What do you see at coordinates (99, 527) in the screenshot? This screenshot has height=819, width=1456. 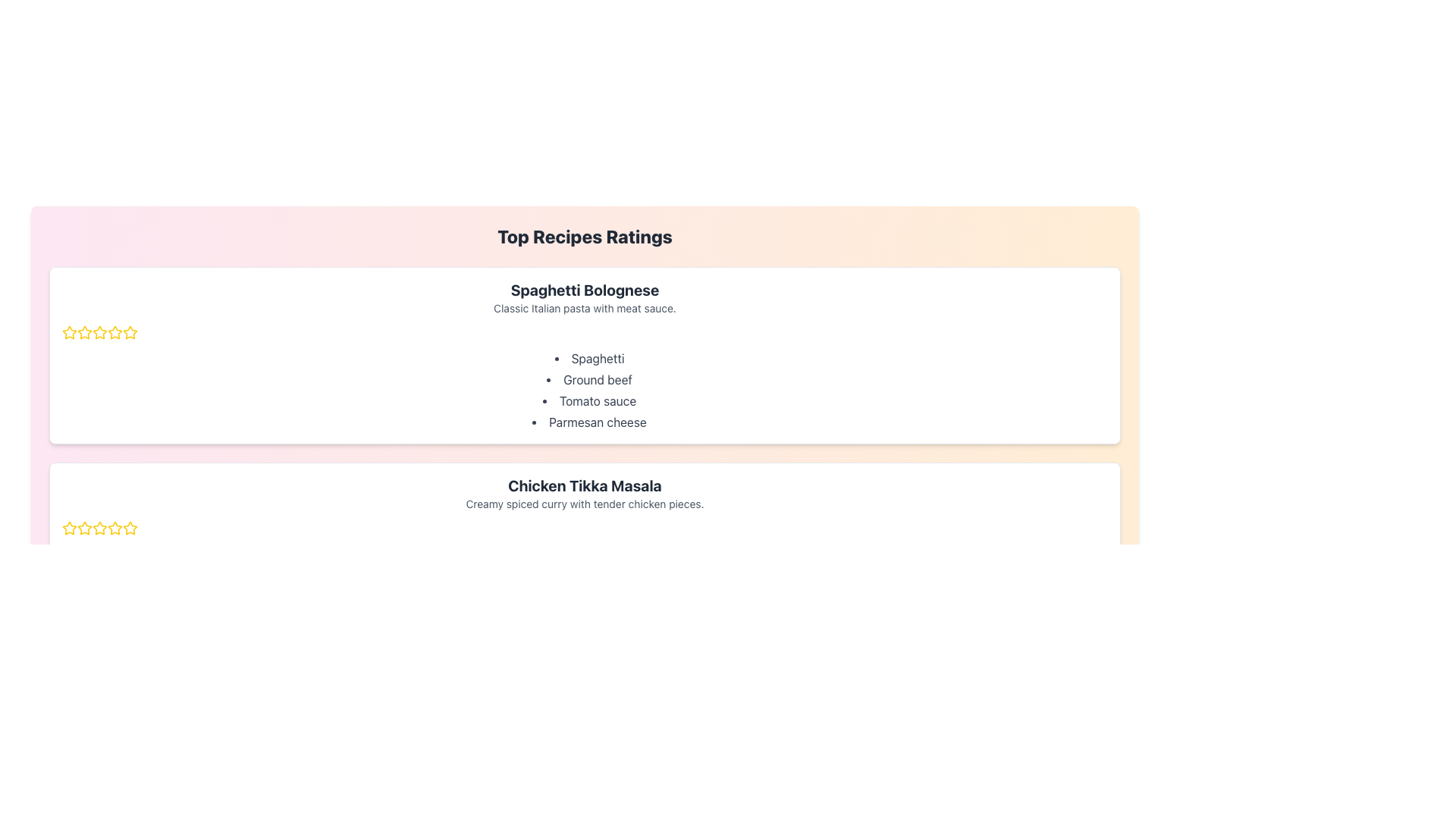 I see `the second star icon in the star rating component for the Chicken Tikka Masala recipe` at bounding box center [99, 527].